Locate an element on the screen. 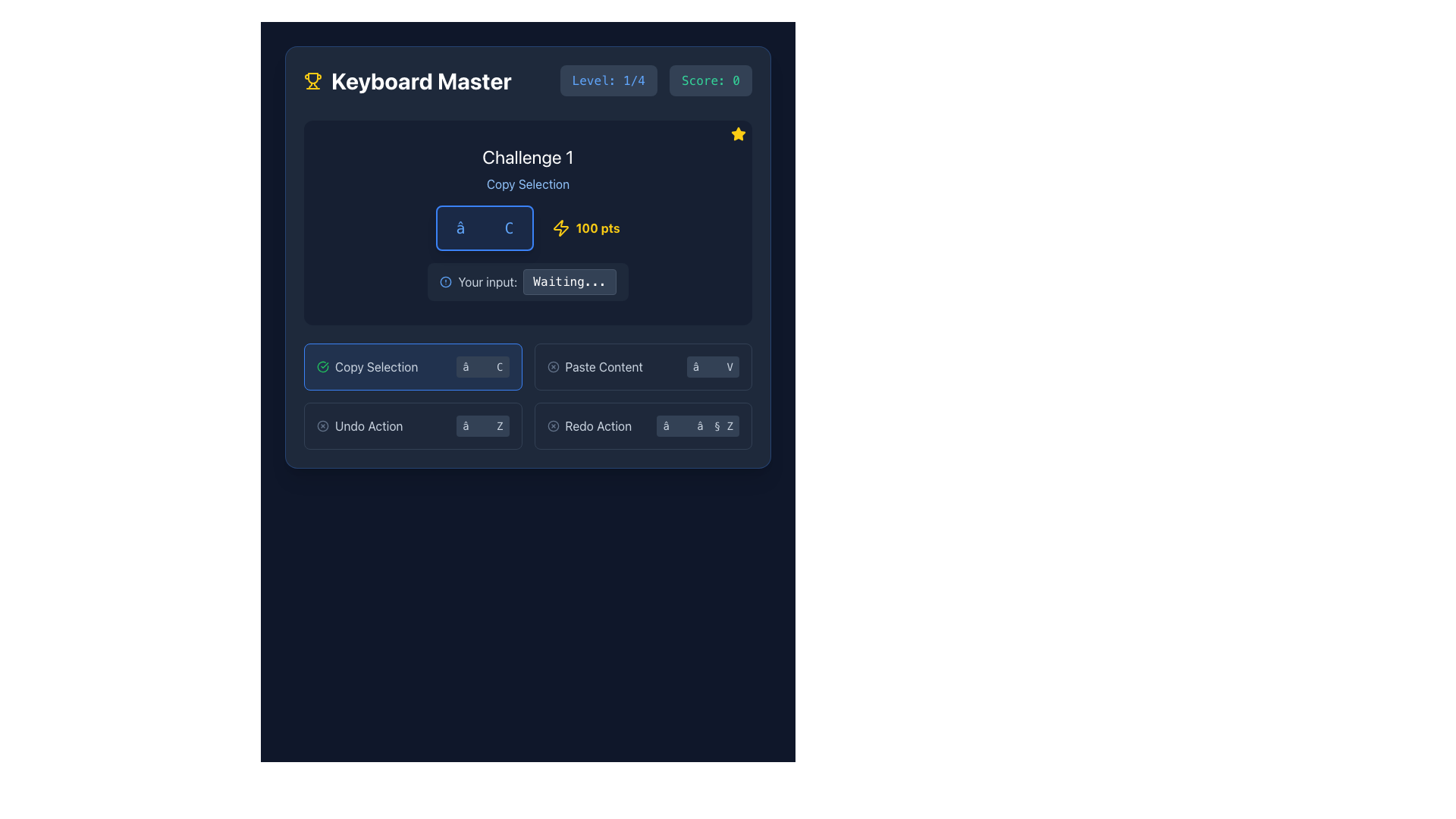  the circular slate-gray icon with an 'X' symbol is located at coordinates (552, 426).